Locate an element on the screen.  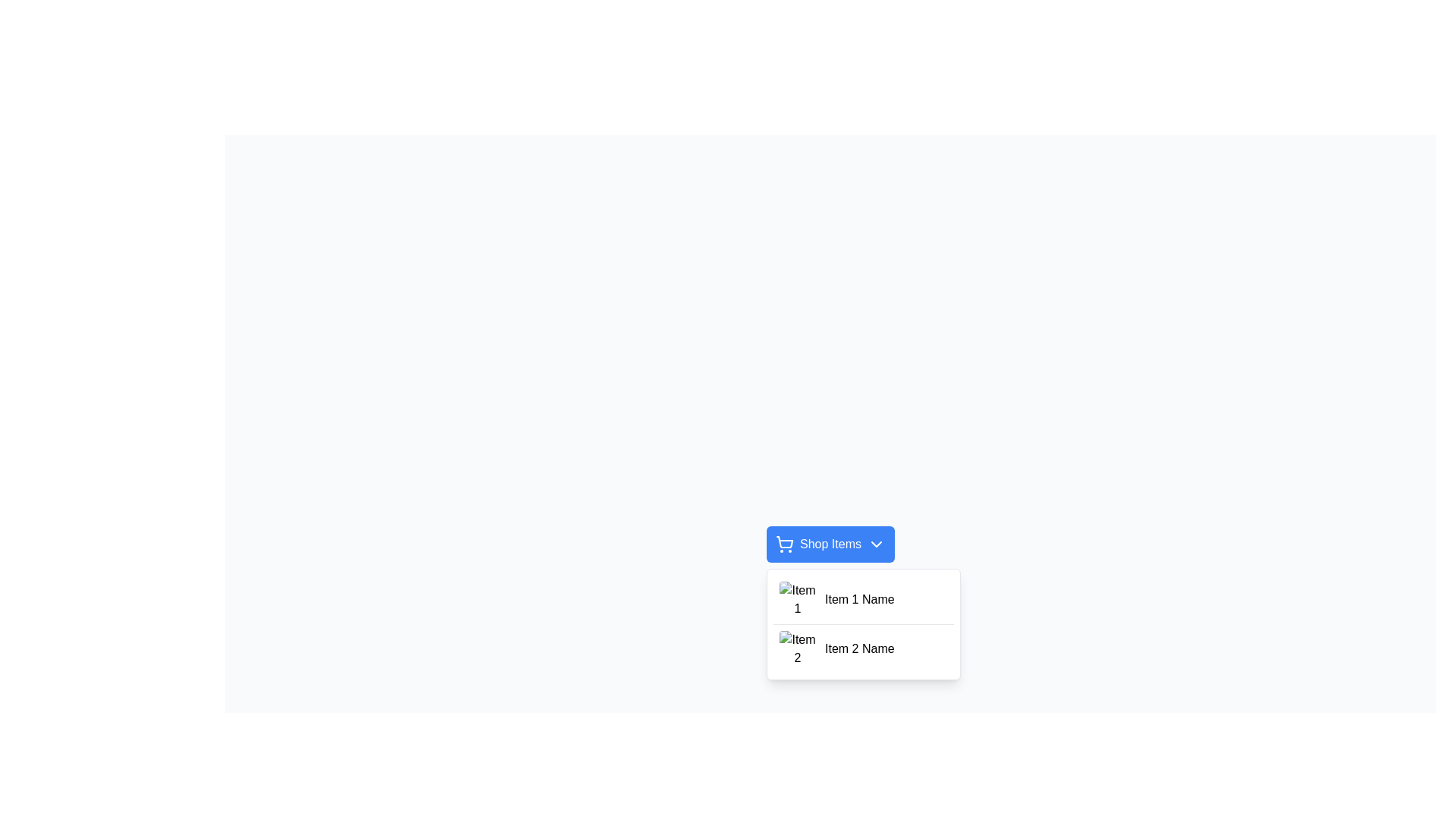
the first list item labeled 'Item 1 Name' is located at coordinates (863, 598).